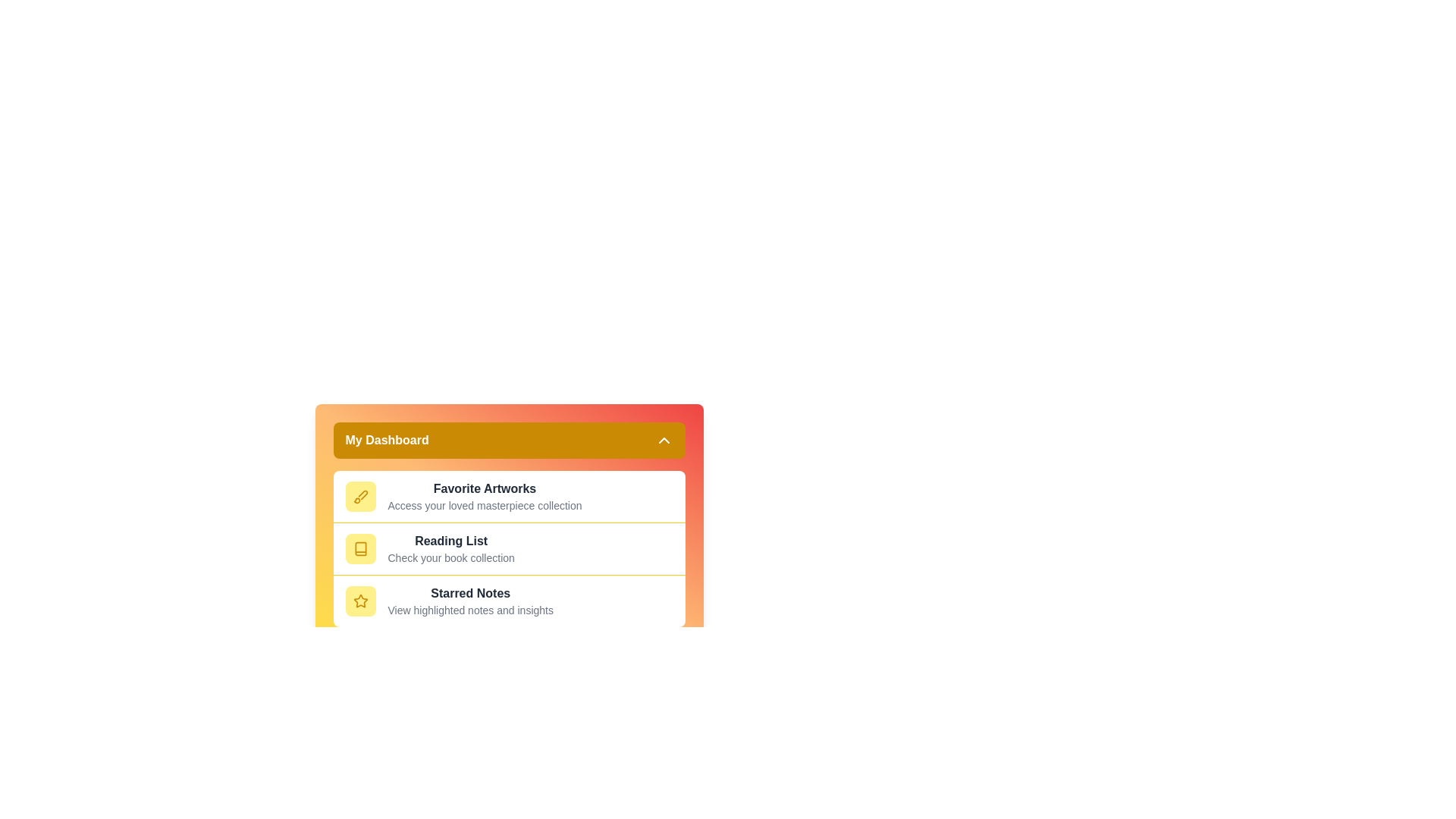 The width and height of the screenshot is (1456, 819). What do you see at coordinates (509, 497) in the screenshot?
I see `the first list item under 'My Dashboard'` at bounding box center [509, 497].